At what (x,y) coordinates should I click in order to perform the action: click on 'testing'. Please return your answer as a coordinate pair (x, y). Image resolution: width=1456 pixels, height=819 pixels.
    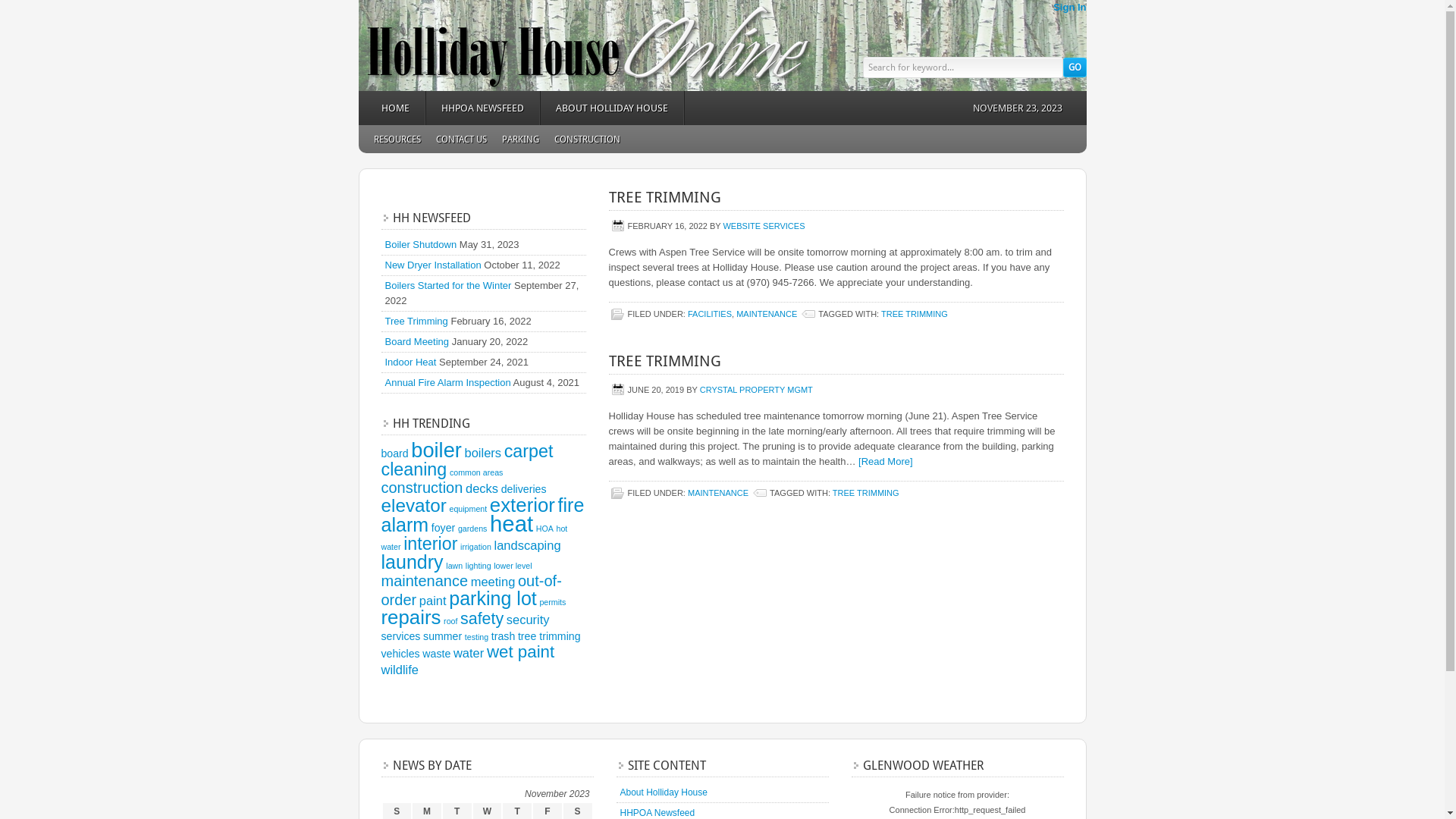
    Looking at the image, I should click on (475, 637).